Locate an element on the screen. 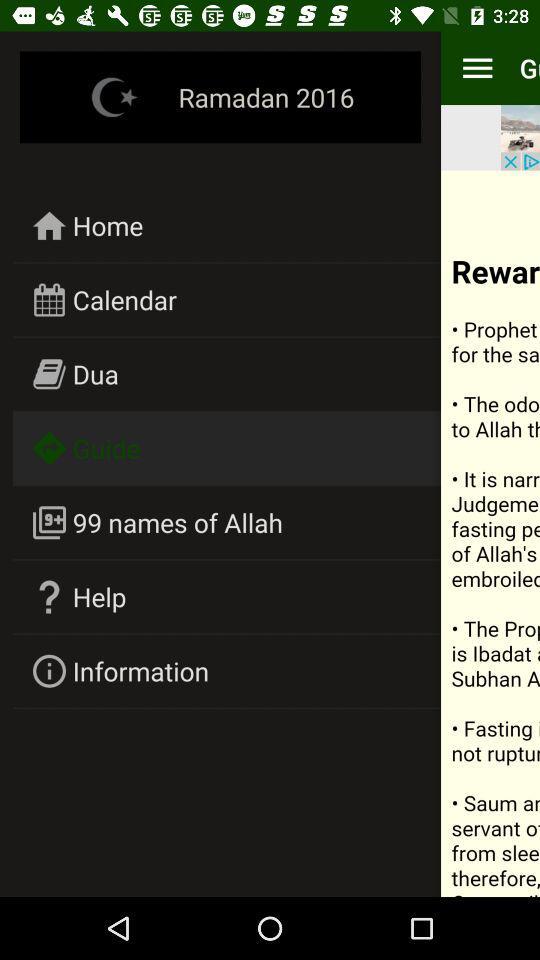 This screenshot has height=960, width=540. item next to 99 names of is located at coordinates (489, 532).